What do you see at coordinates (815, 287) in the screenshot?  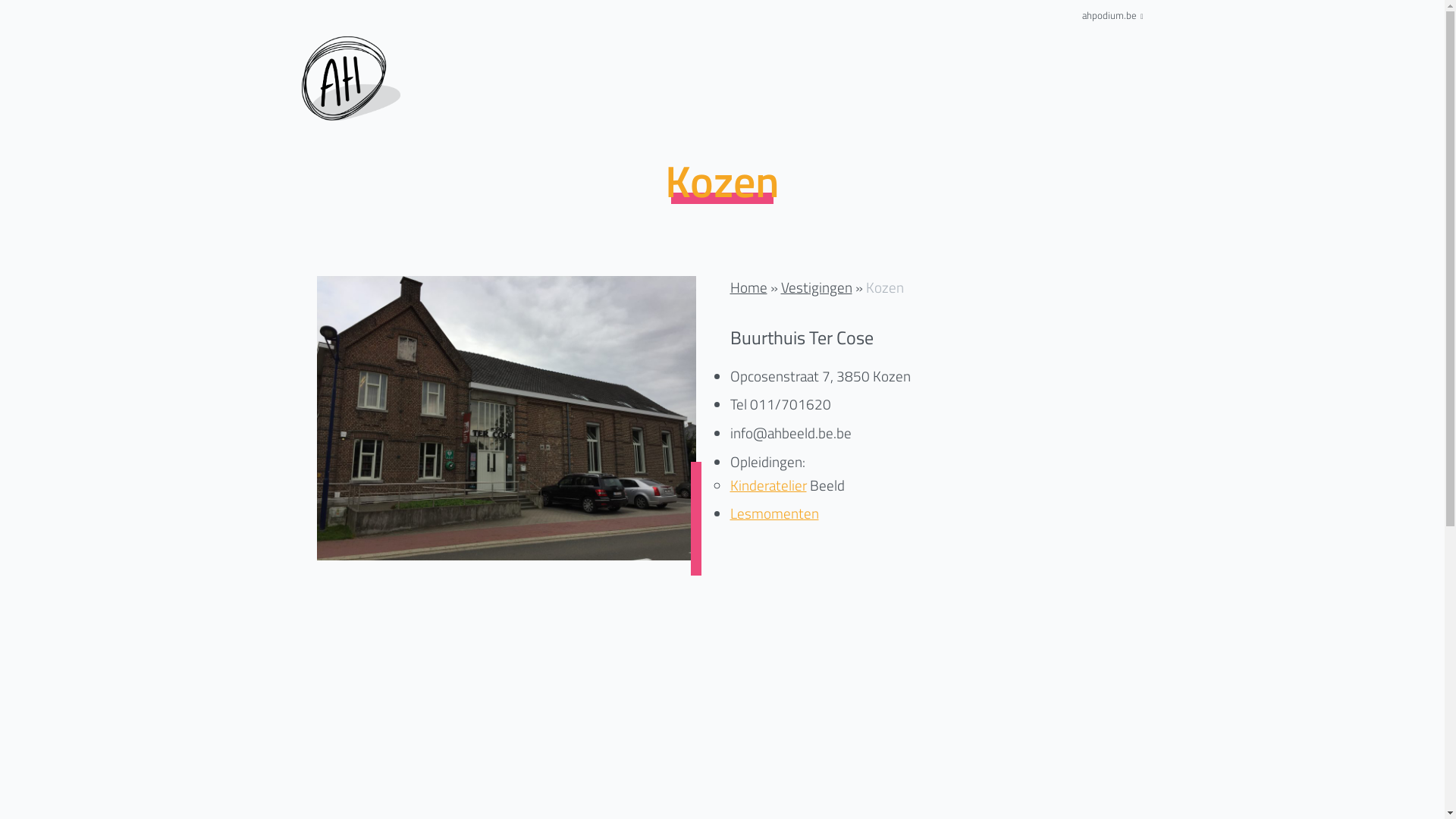 I see `'Vestigingen'` at bounding box center [815, 287].